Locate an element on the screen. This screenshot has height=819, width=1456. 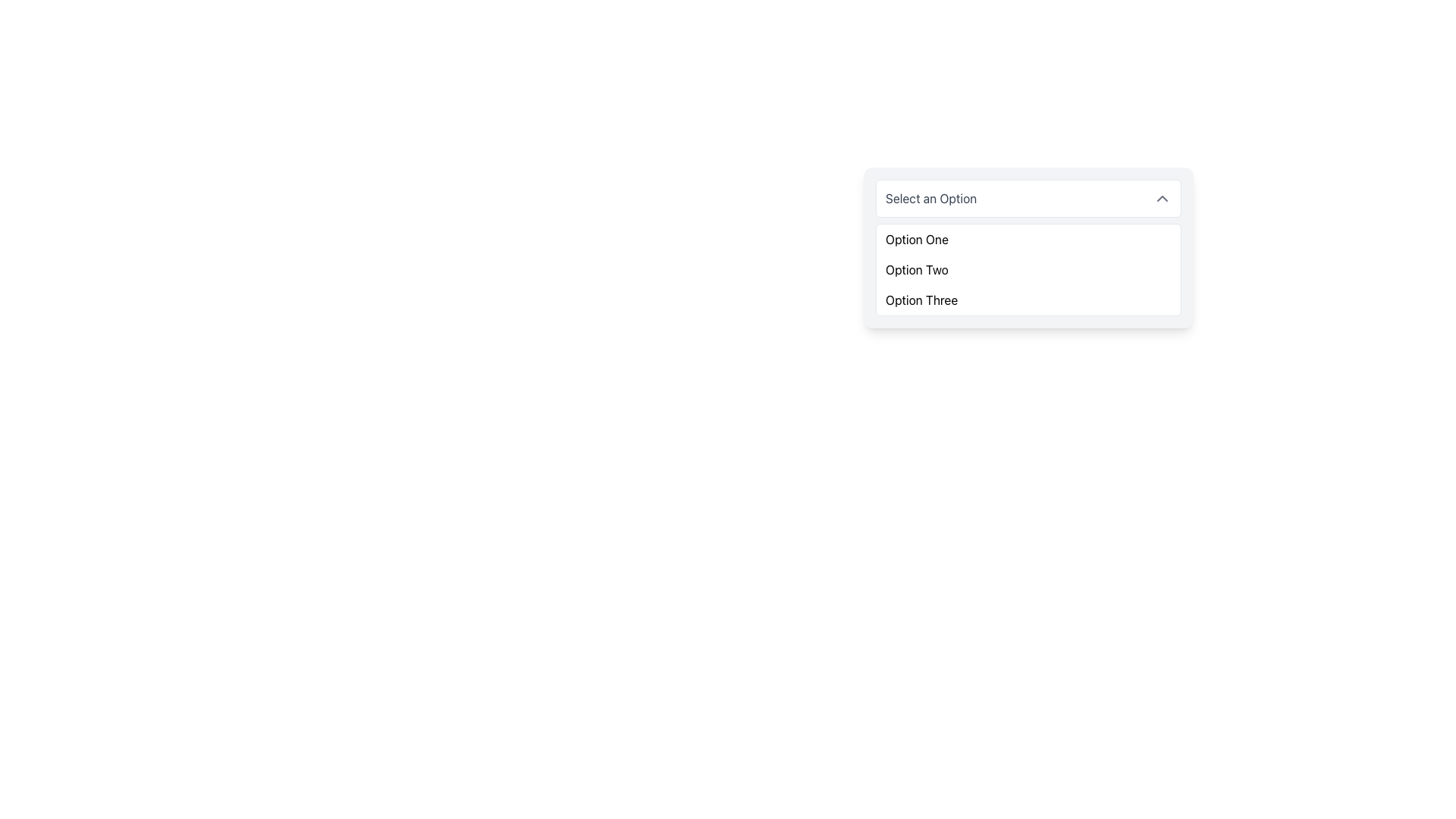
to select the 'Option Three' in the dropdown menu, which is the third item in the list and becomes highlighted on hover is located at coordinates (1028, 300).